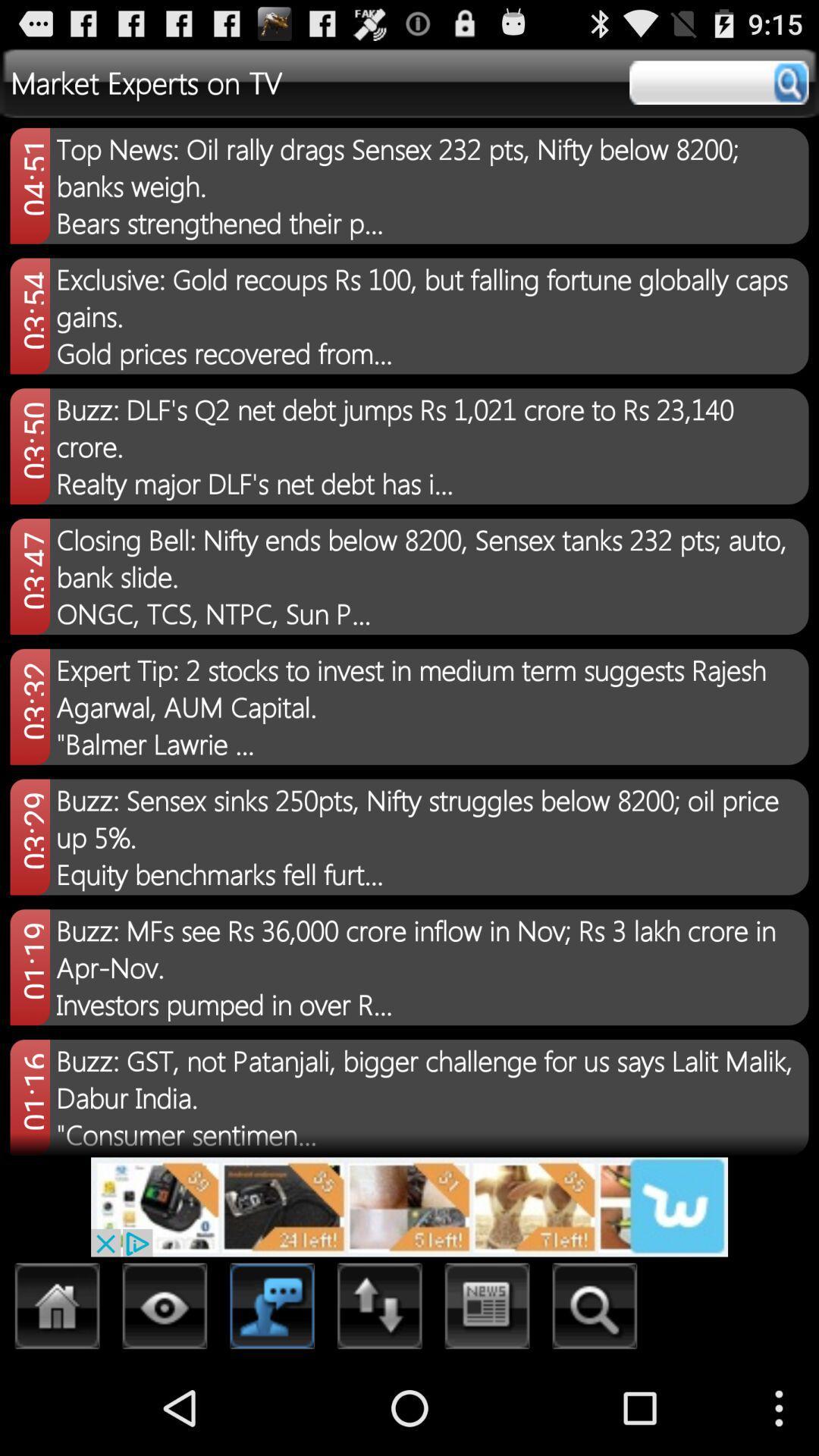  I want to click on move up or down, so click(379, 1310).